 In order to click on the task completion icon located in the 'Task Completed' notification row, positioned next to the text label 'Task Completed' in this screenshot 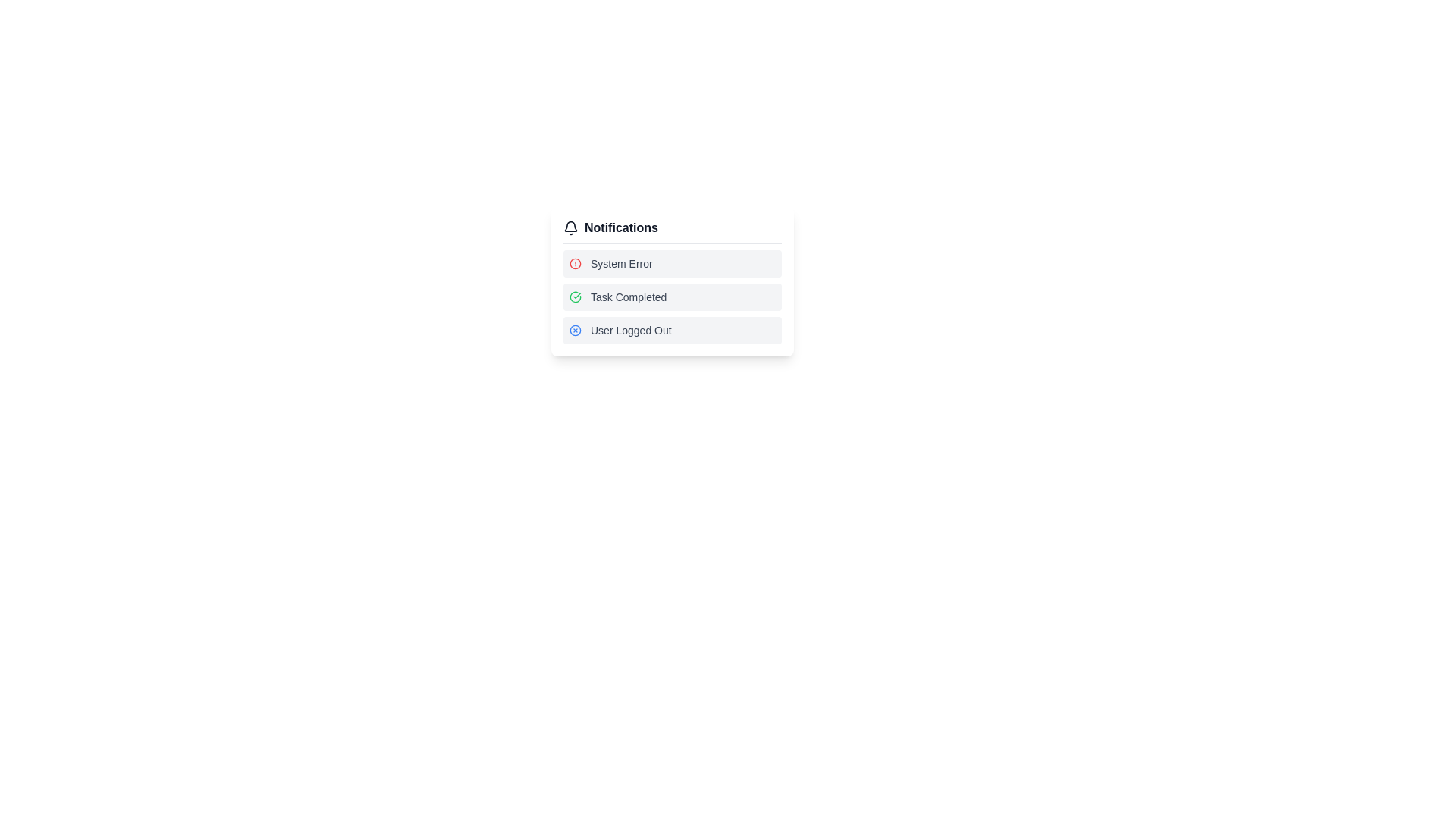, I will do `click(574, 297)`.